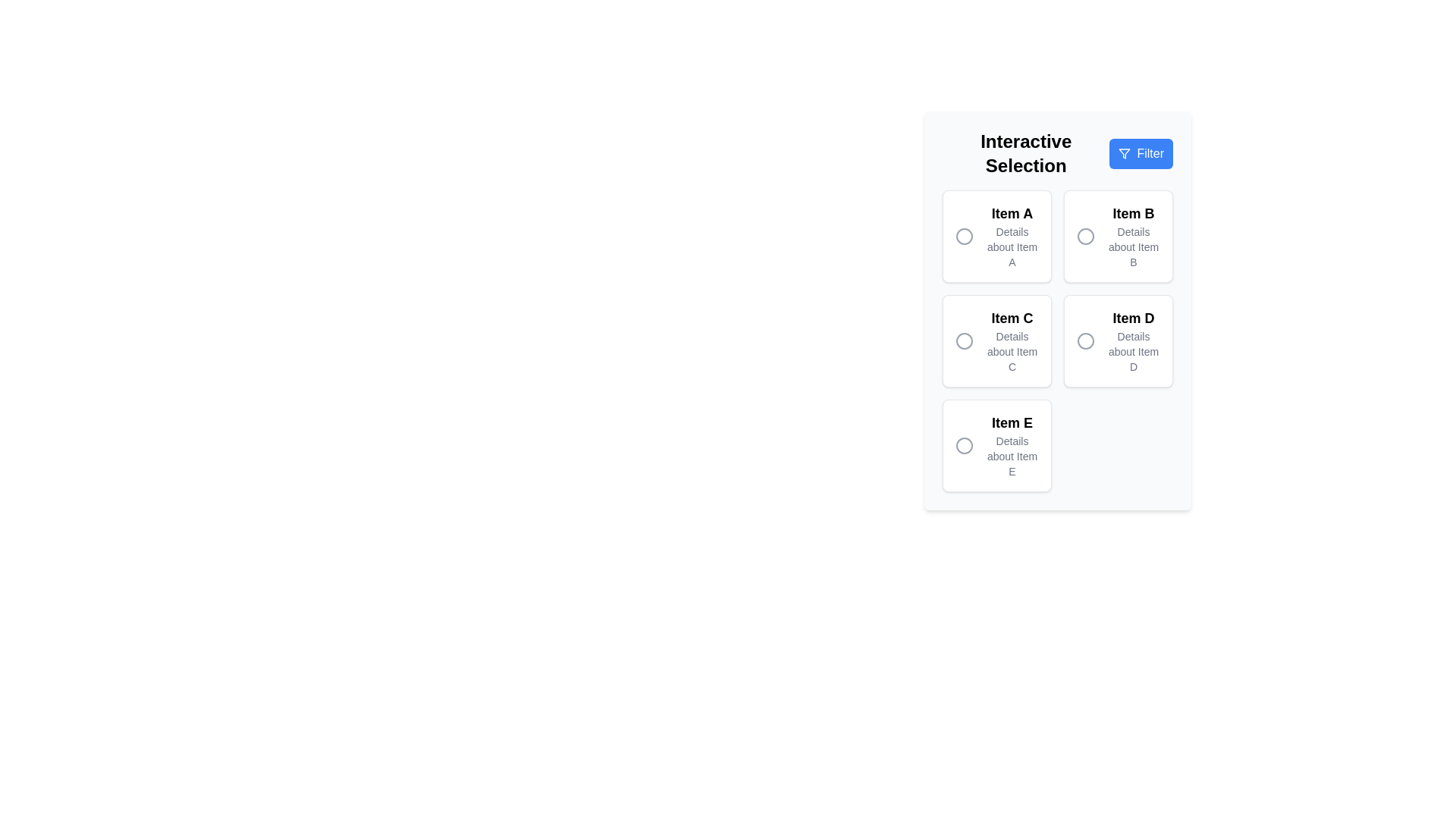 This screenshot has width=1456, height=819. What do you see at coordinates (1133, 351) in the screenshot?
I see `text label that displays 'Details about Item D', located in a small gray font directly below the title 'Item D' within its rectangular card layout` at bounding box center [1133, 351].